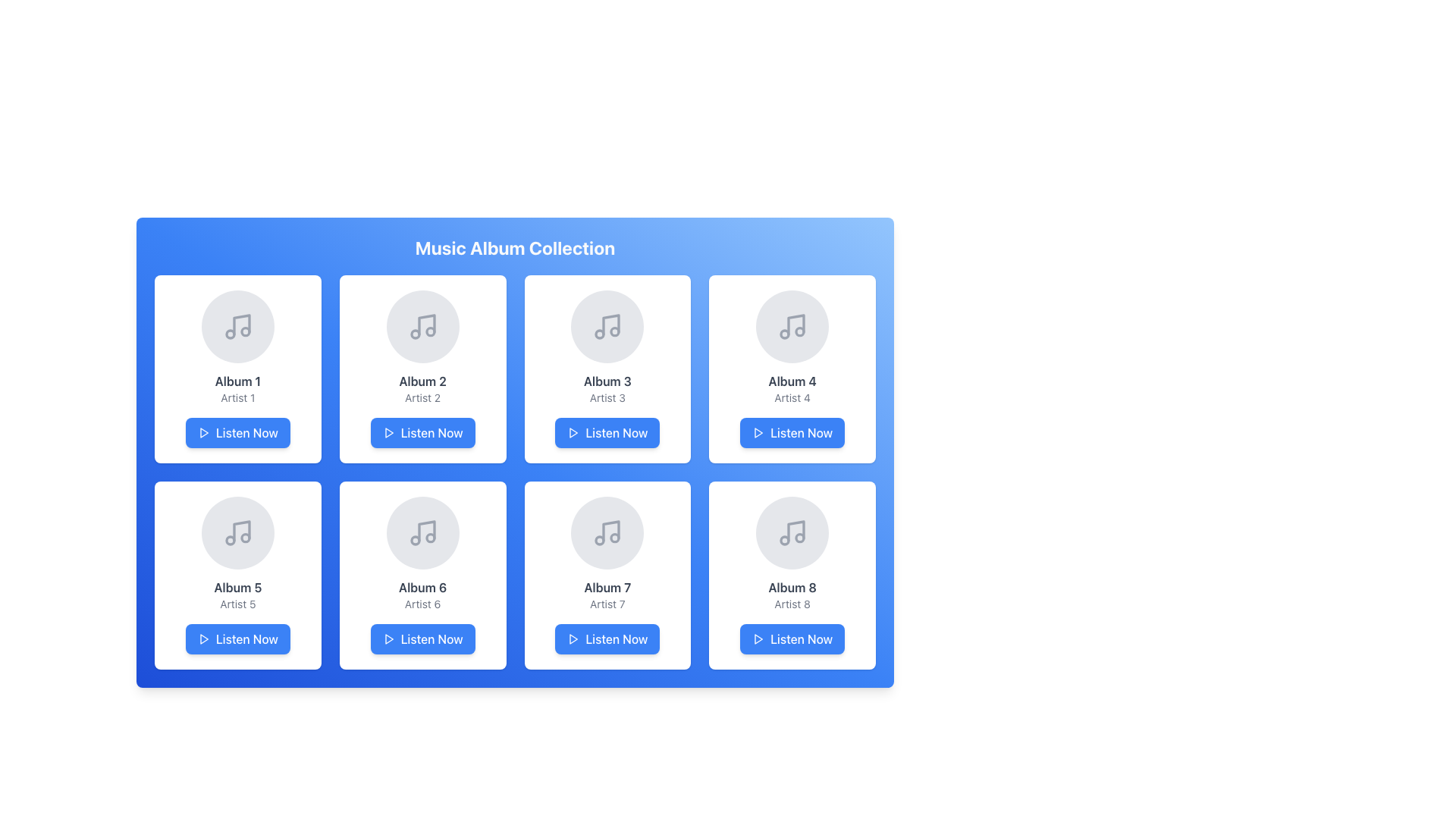  What do you see at coordinates (615, 537) in the screenshot?
I see `the circular SVG shape that represents a music note symbol for 'Album 7' in the music-related UI` at bounding box center [615, 537].